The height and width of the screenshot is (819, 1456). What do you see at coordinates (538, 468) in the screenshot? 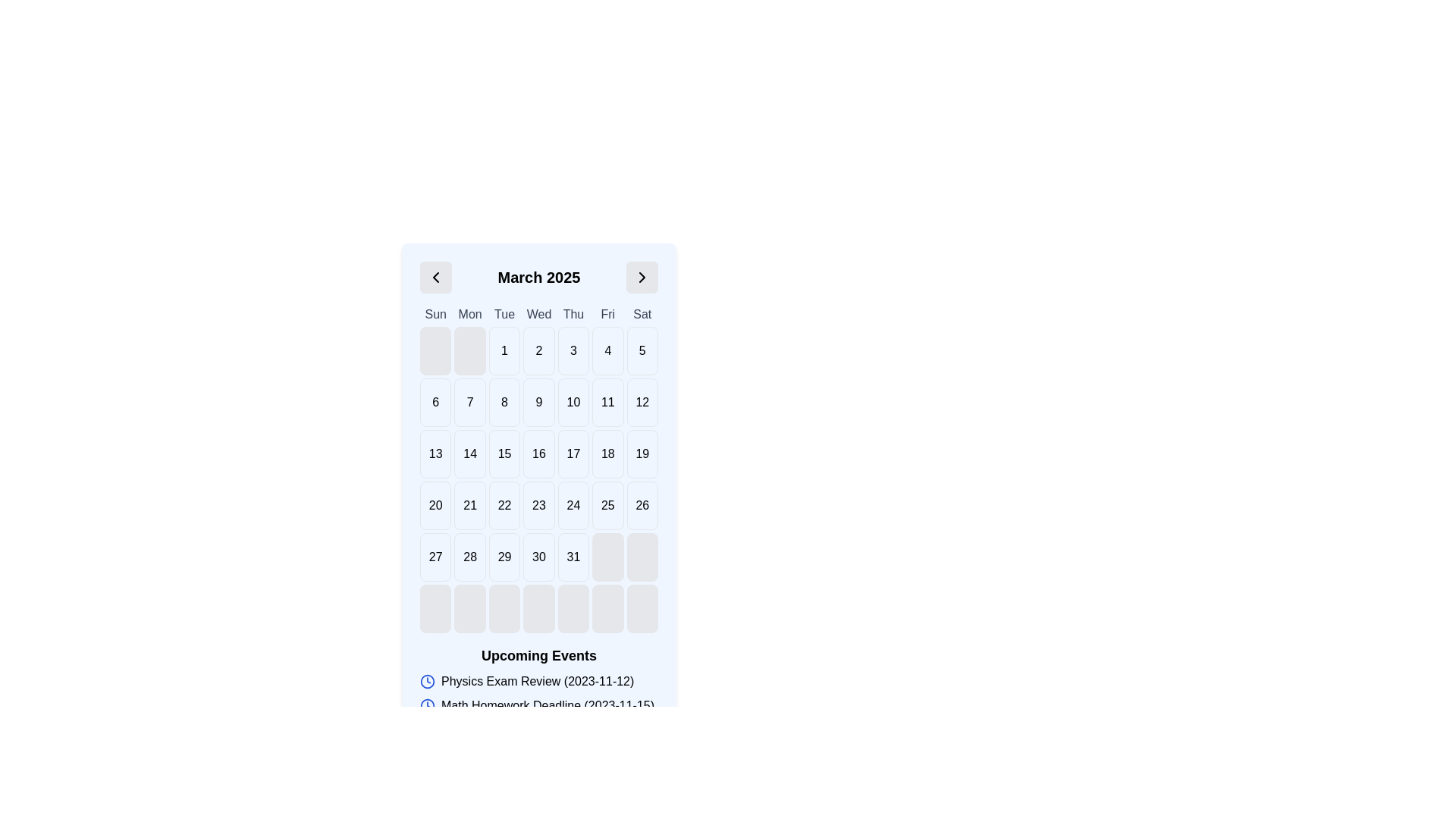
I see `the Calendar grid element displaying days of the month for March 2025, which is centrally located below the title and navigation buttons` at bounding box center [538, 468].